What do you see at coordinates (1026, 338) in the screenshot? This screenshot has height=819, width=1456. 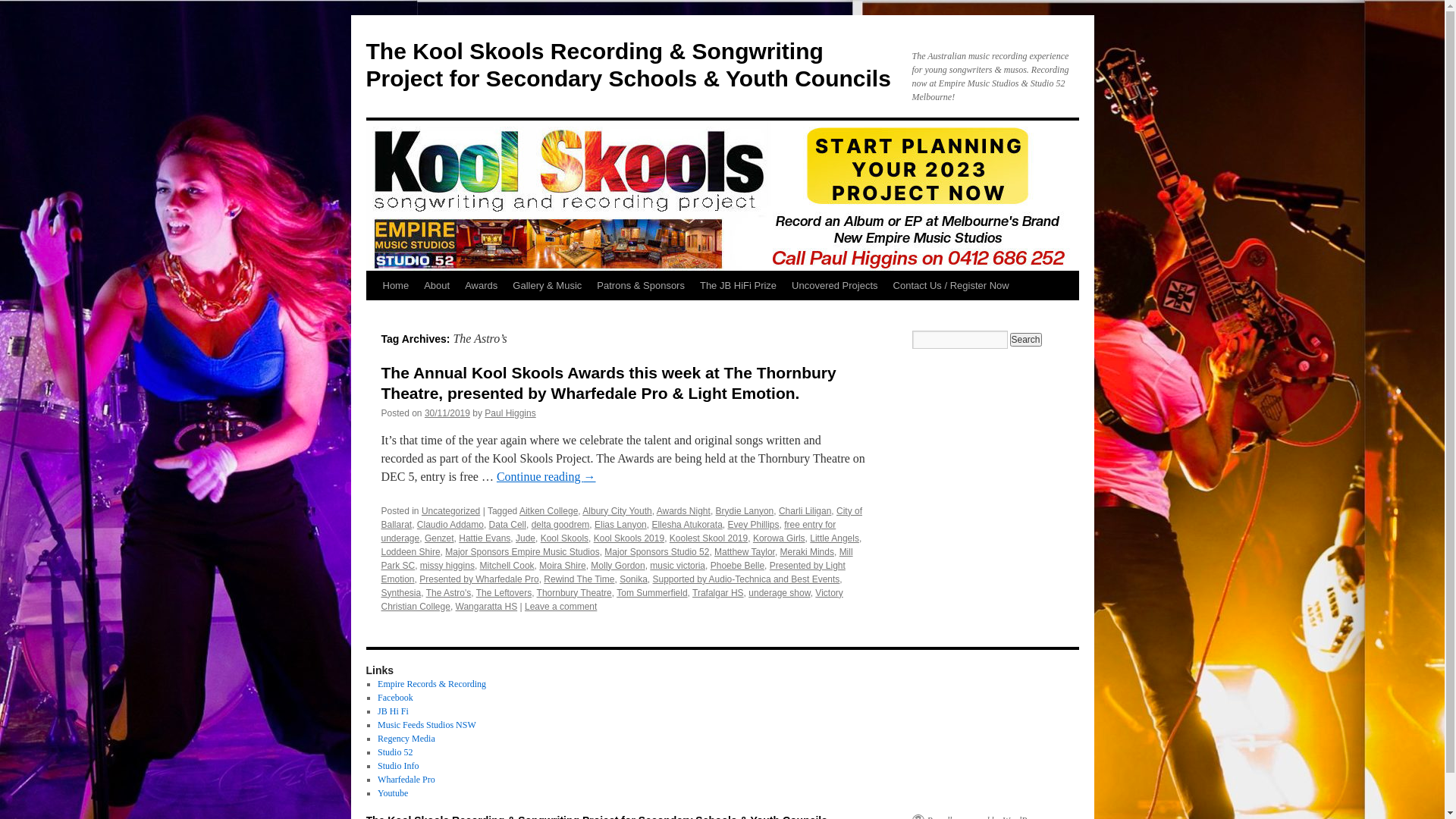 I see `'Search'` at bounding box center [1026, 338].